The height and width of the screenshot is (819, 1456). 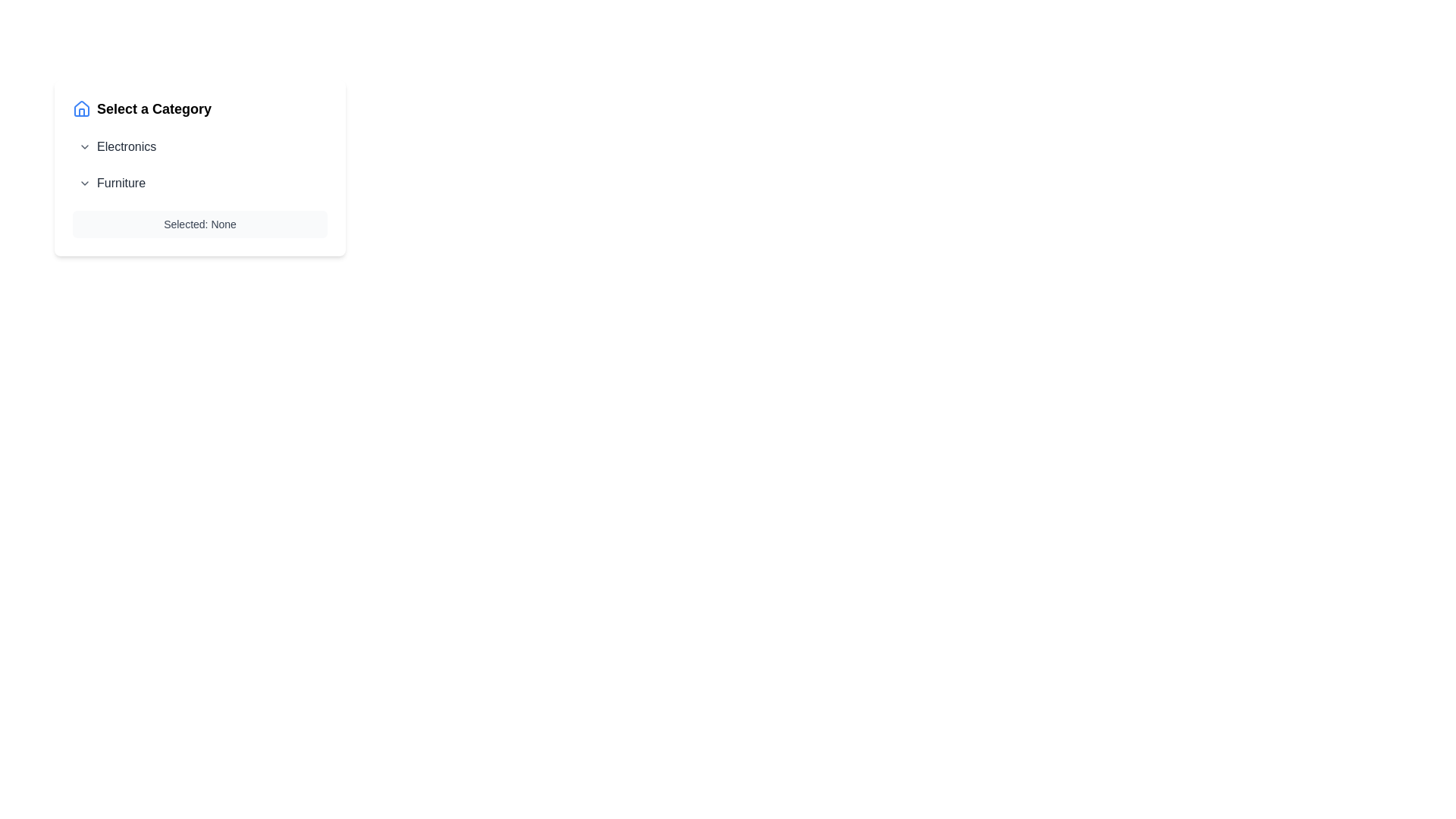 I want to click on the Collapsible Menu Item for Furniture, so click(x=199, y=183).